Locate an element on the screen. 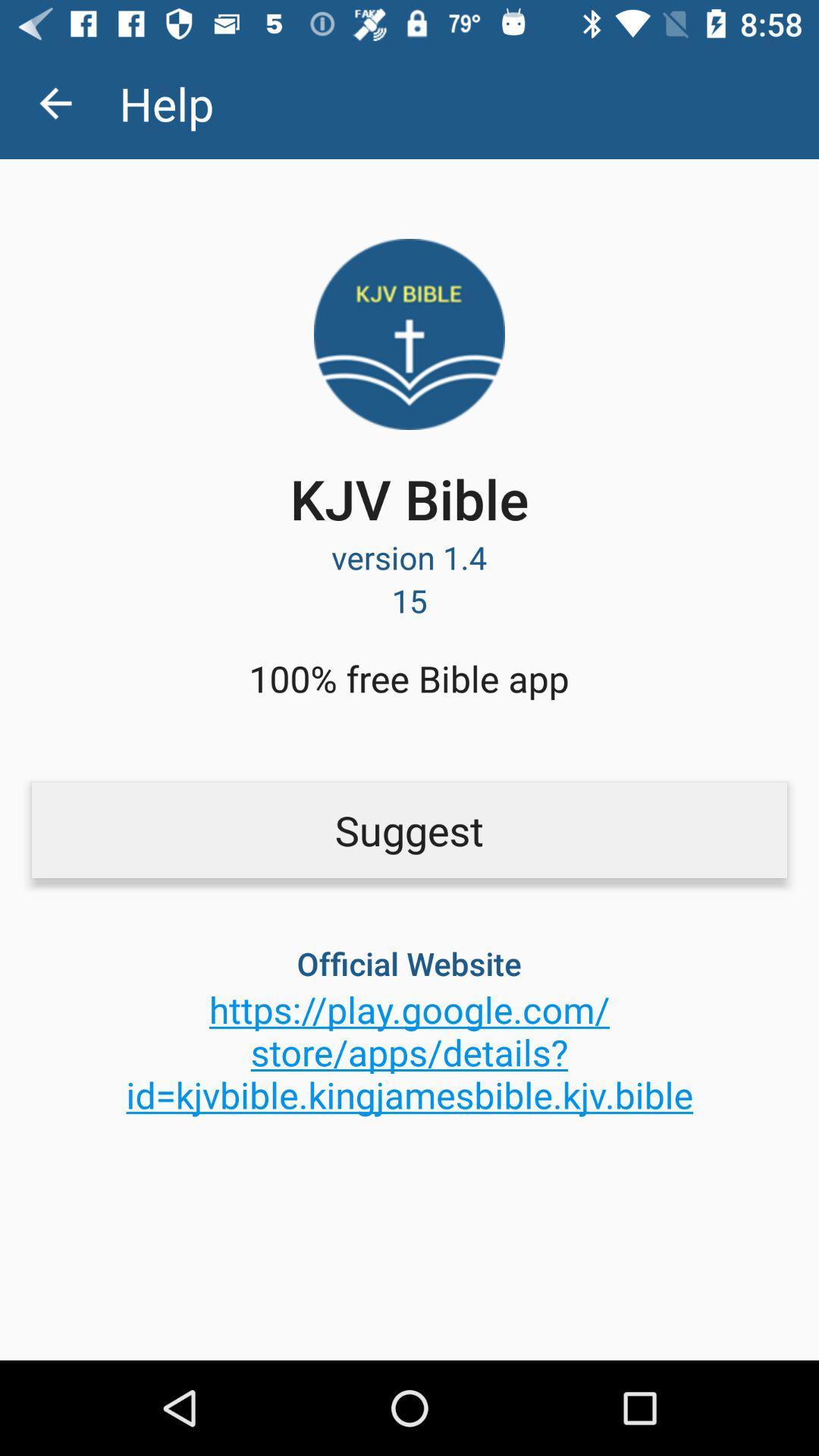 This screenshot has height=1456, width=819. icon below official website item is located at coordinates (409, 1051).